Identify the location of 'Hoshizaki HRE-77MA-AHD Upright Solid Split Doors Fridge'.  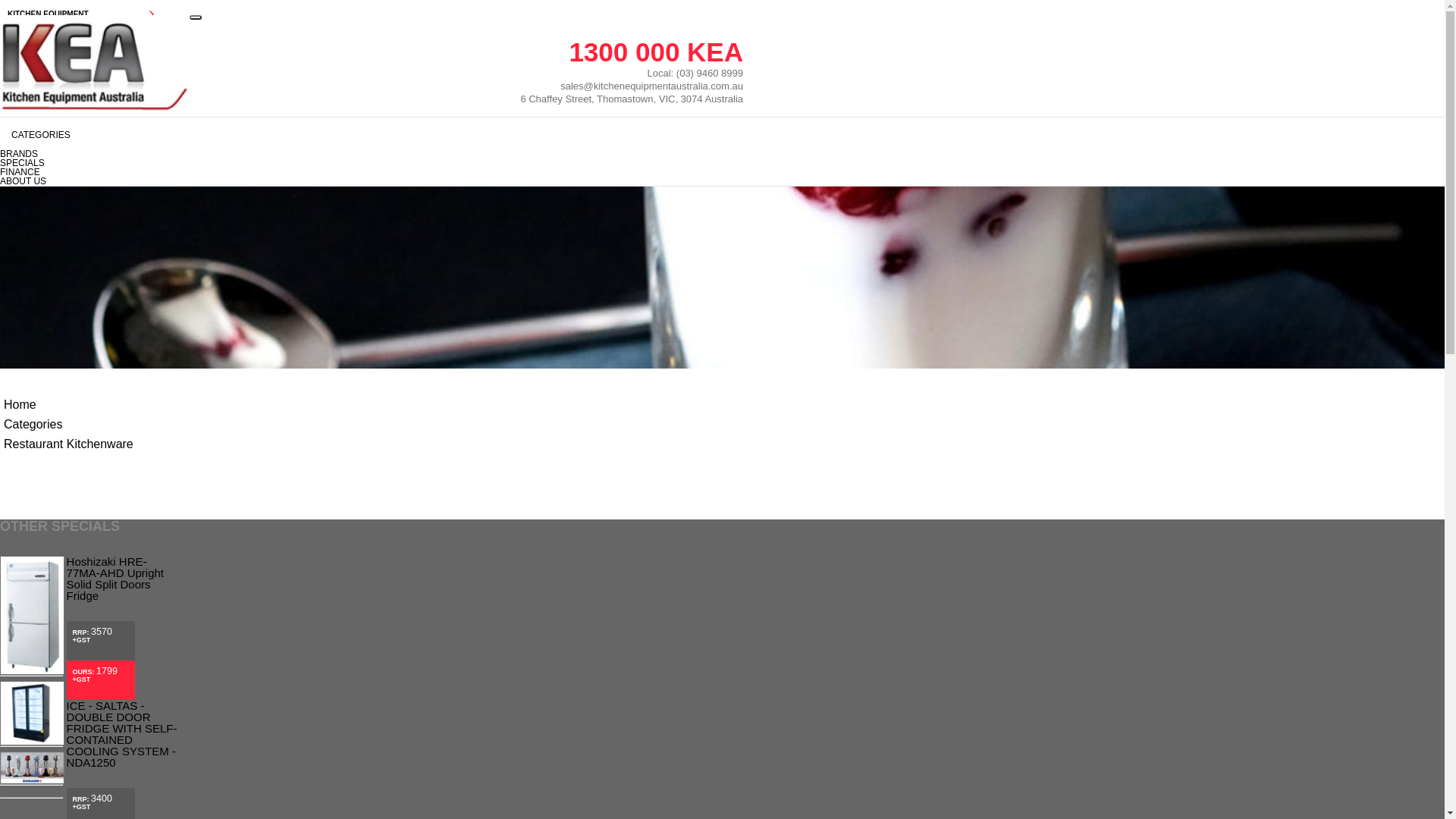
(120, 579).